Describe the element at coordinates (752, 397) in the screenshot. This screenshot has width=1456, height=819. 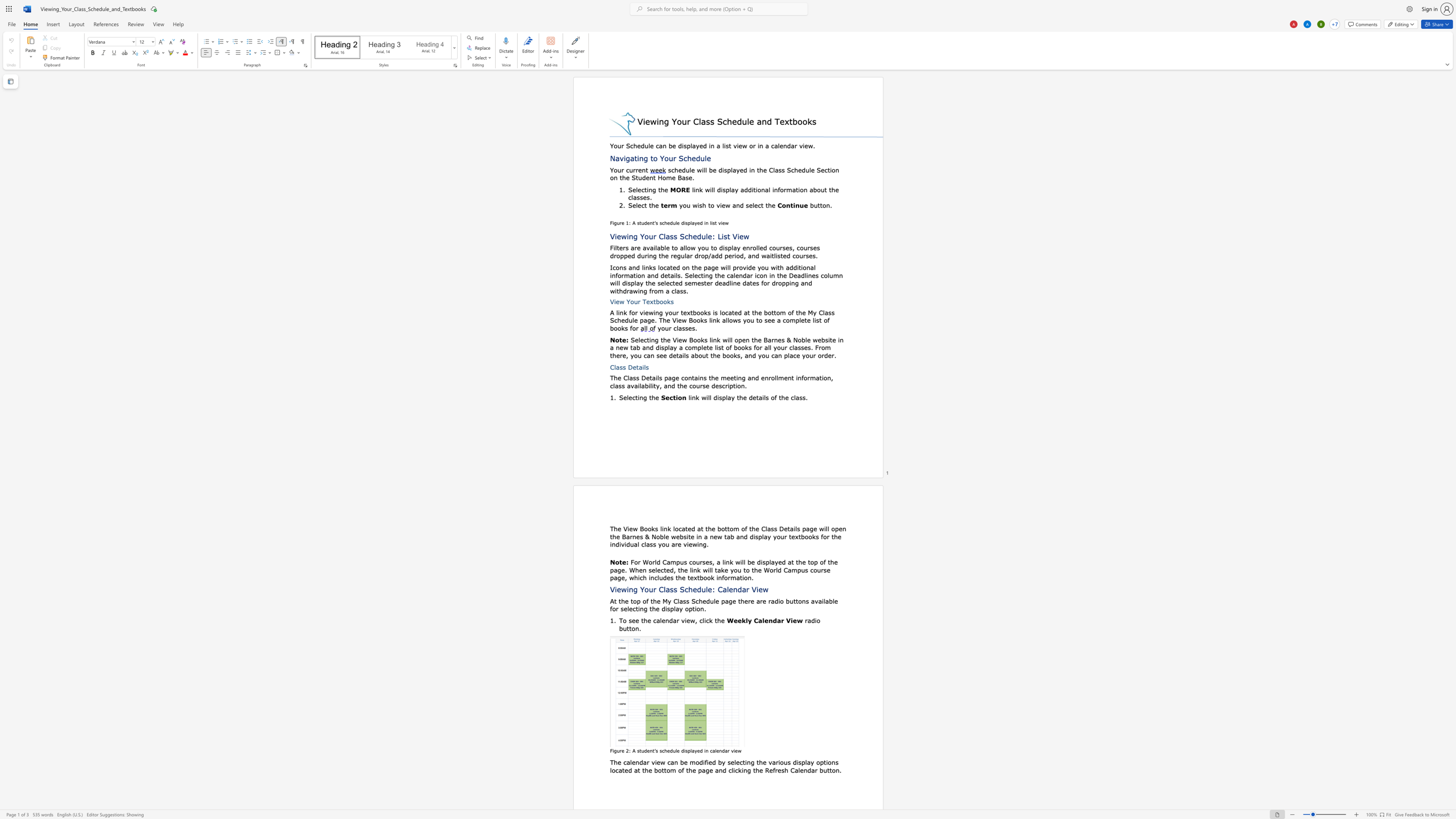
I see `the space between the continuous character "d" and "e" in the text` at that location.